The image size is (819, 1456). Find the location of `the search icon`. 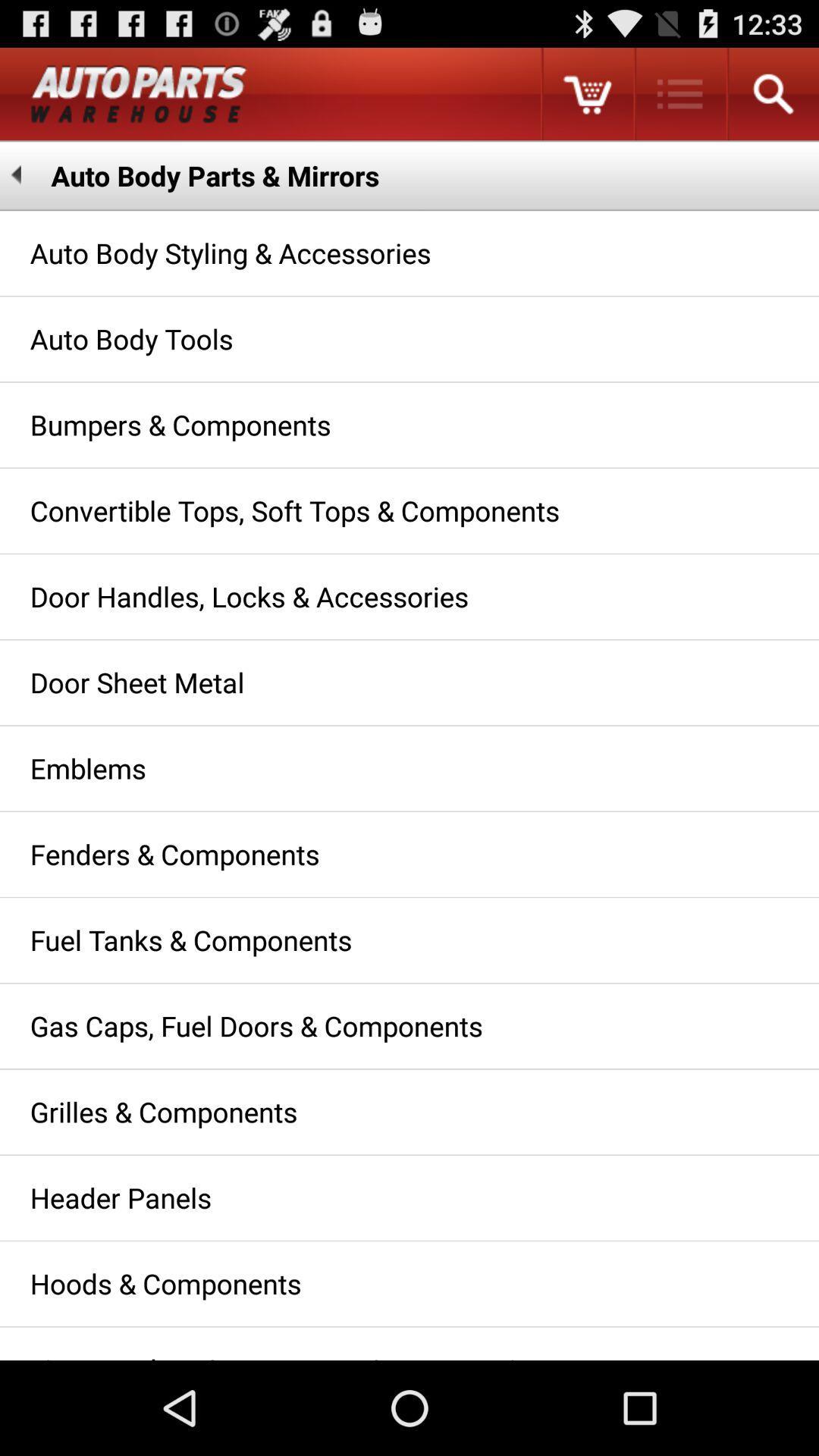

the search icon is located at coordinates (772, 99).